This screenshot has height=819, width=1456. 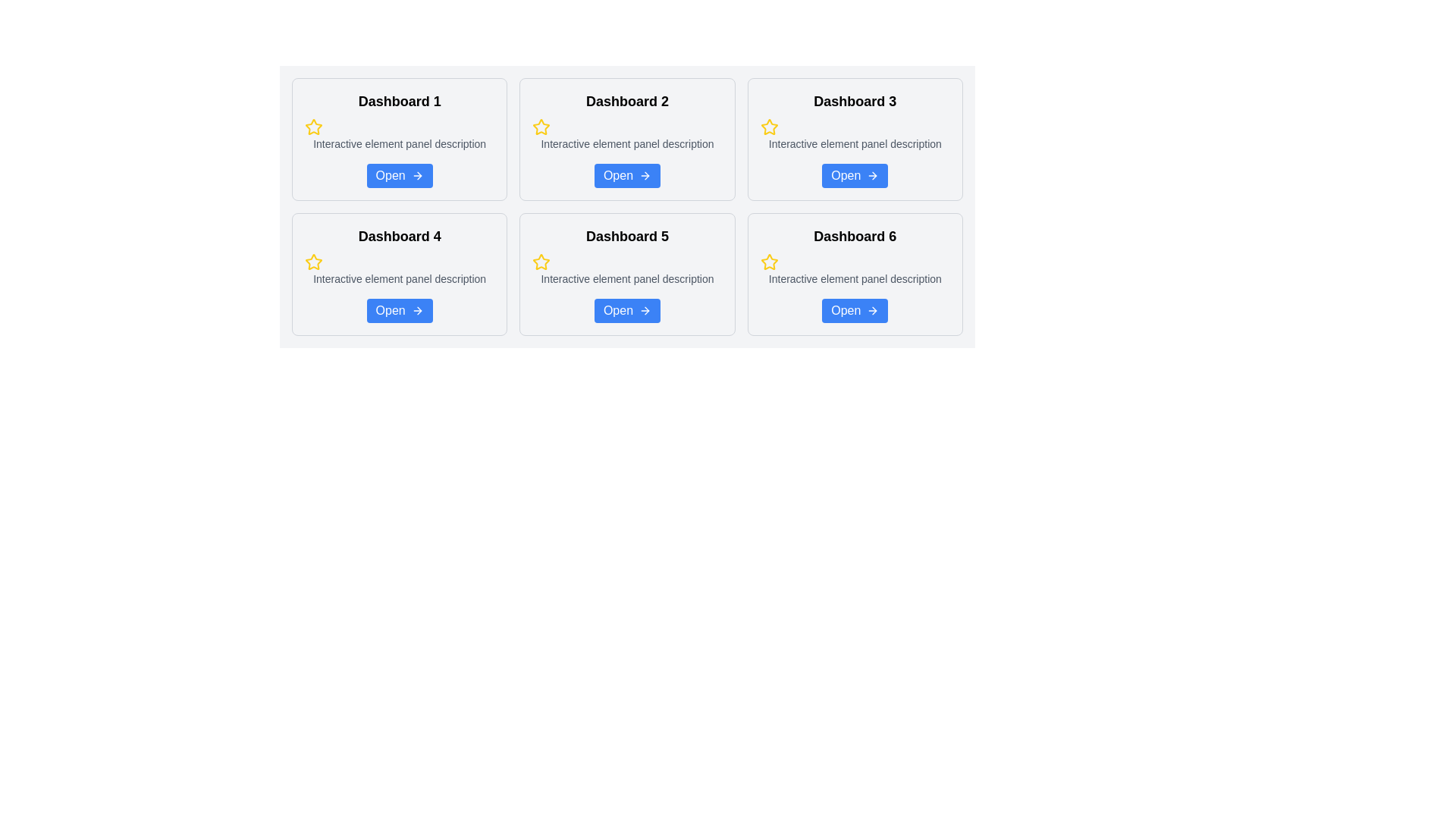 I want to click on the star icon in the 'Dashboard 2' panel to mark or unmark the panel as favorite, so click(x=541, y=127).